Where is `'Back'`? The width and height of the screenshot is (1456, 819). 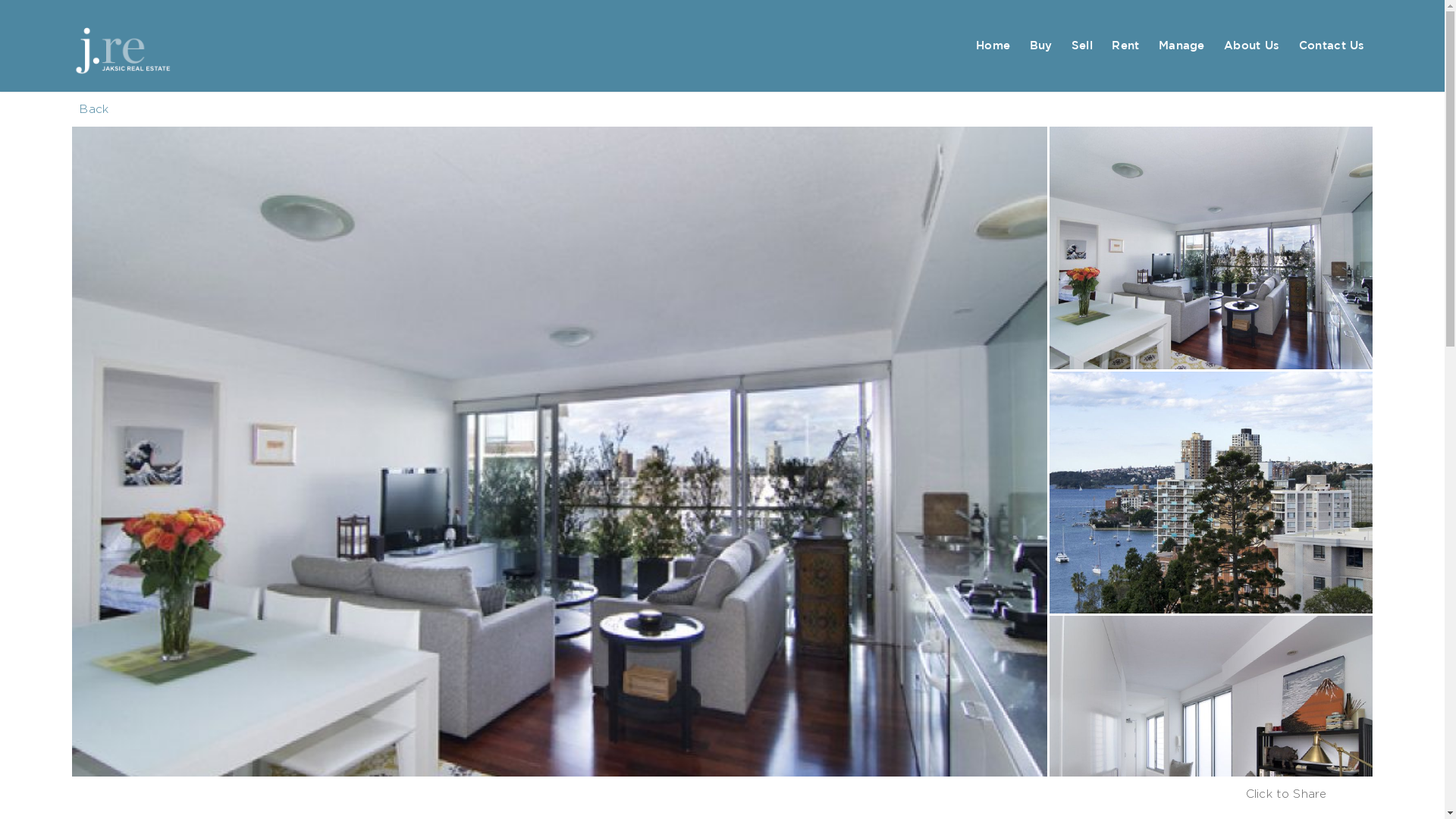 'Back' is located at coordinates (93, 108).